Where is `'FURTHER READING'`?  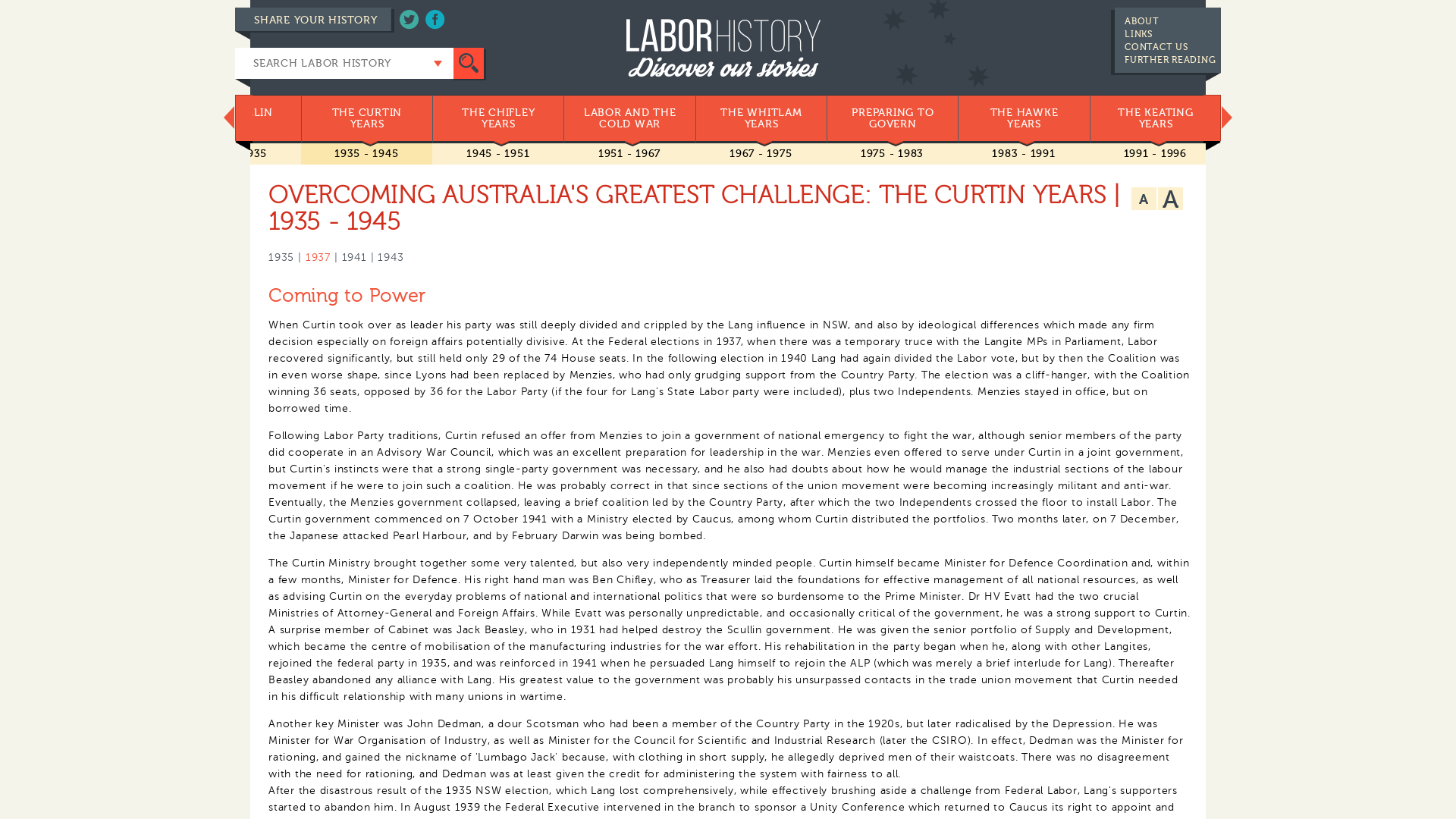
'FURTHER READING' is located at coordinates (1169, 58).